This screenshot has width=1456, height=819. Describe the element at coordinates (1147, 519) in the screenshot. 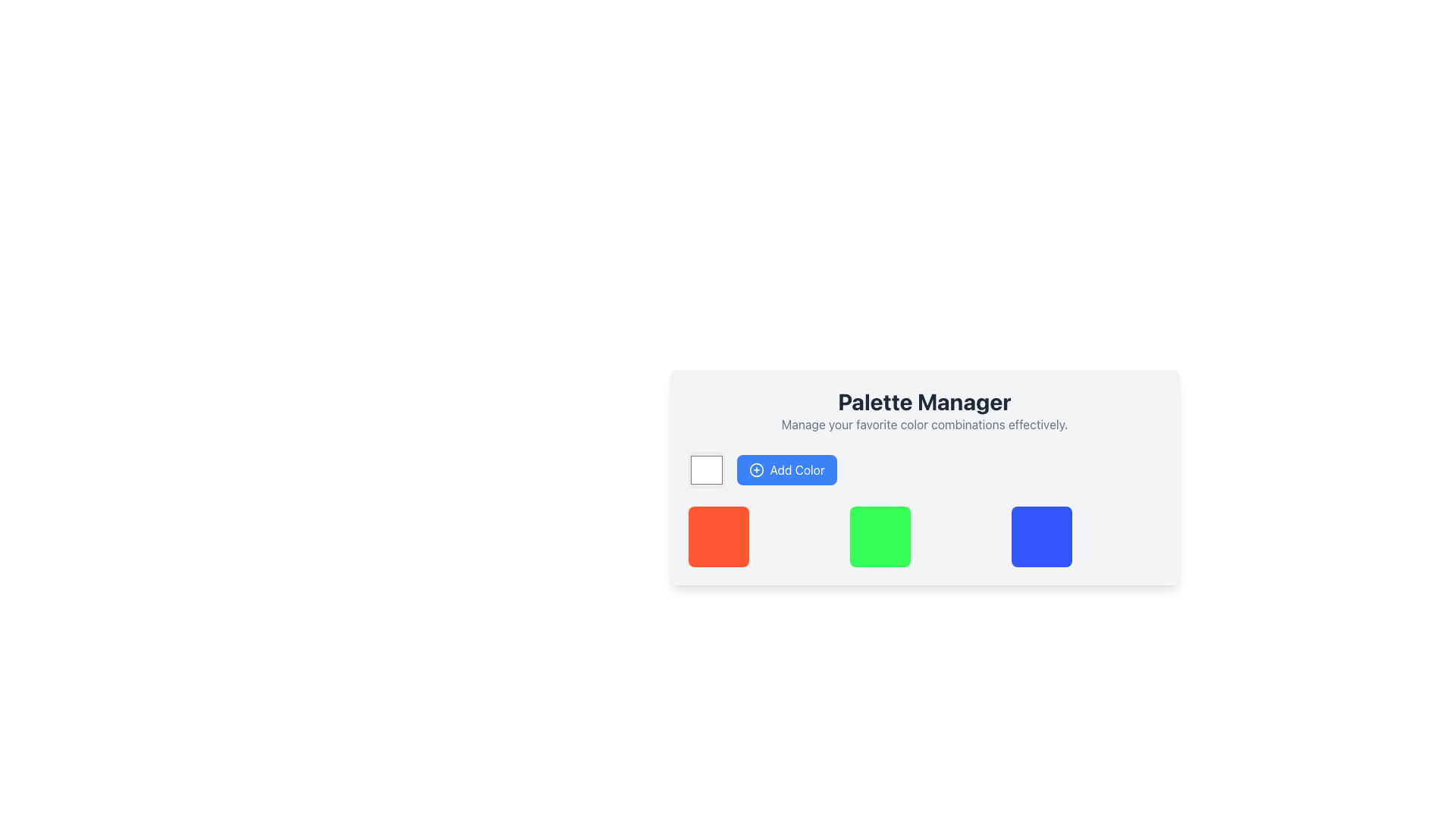

I see `the SVG Circle element representing a close or cancel action, located at the far right end of the bottom row of items in the card` at that location.